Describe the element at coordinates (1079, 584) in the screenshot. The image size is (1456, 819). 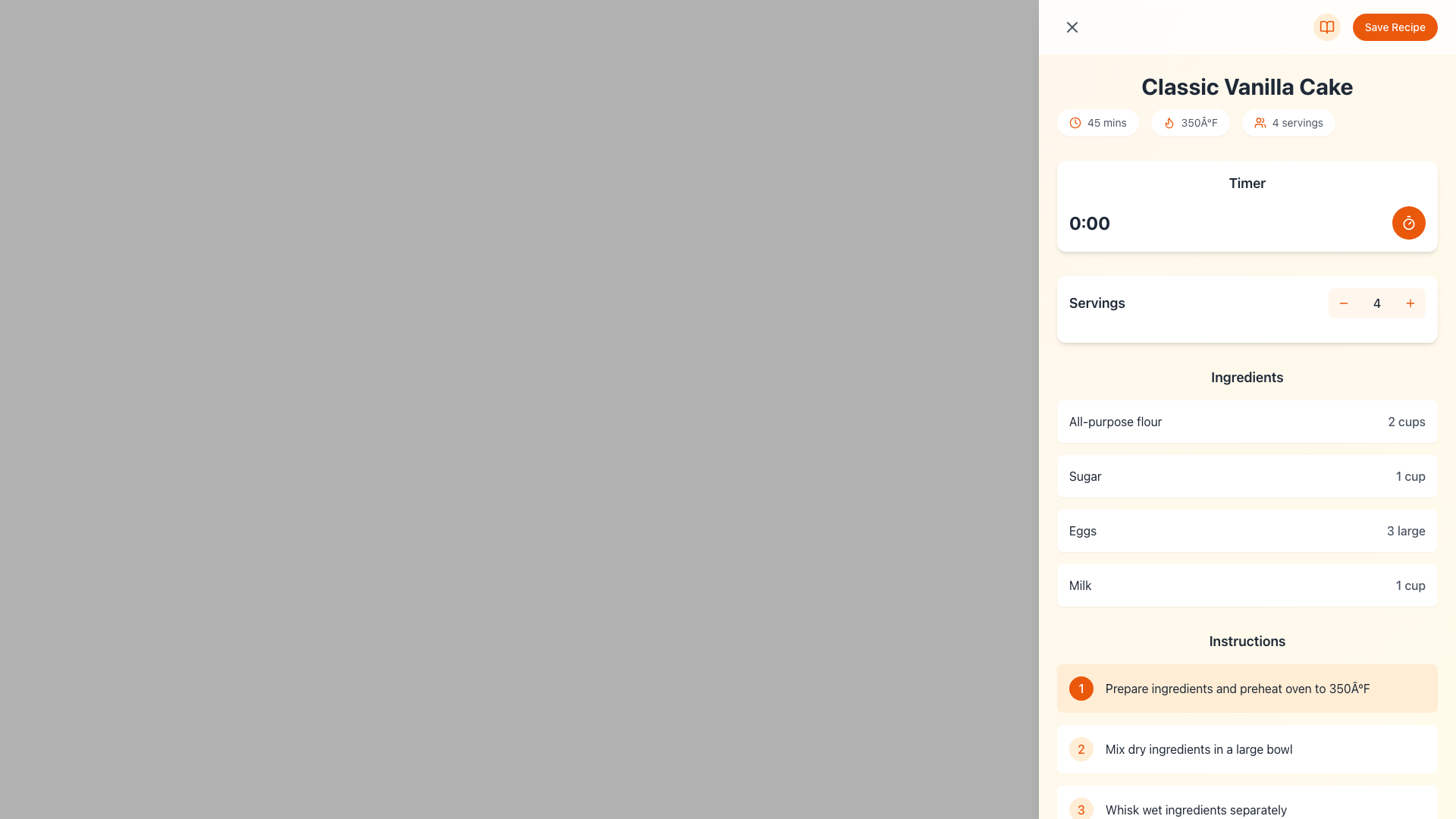
I see `the text label displaying 'Milk' in the 'Ingredients' section, which is styled in bold, dark gray font against a light background` at that location.